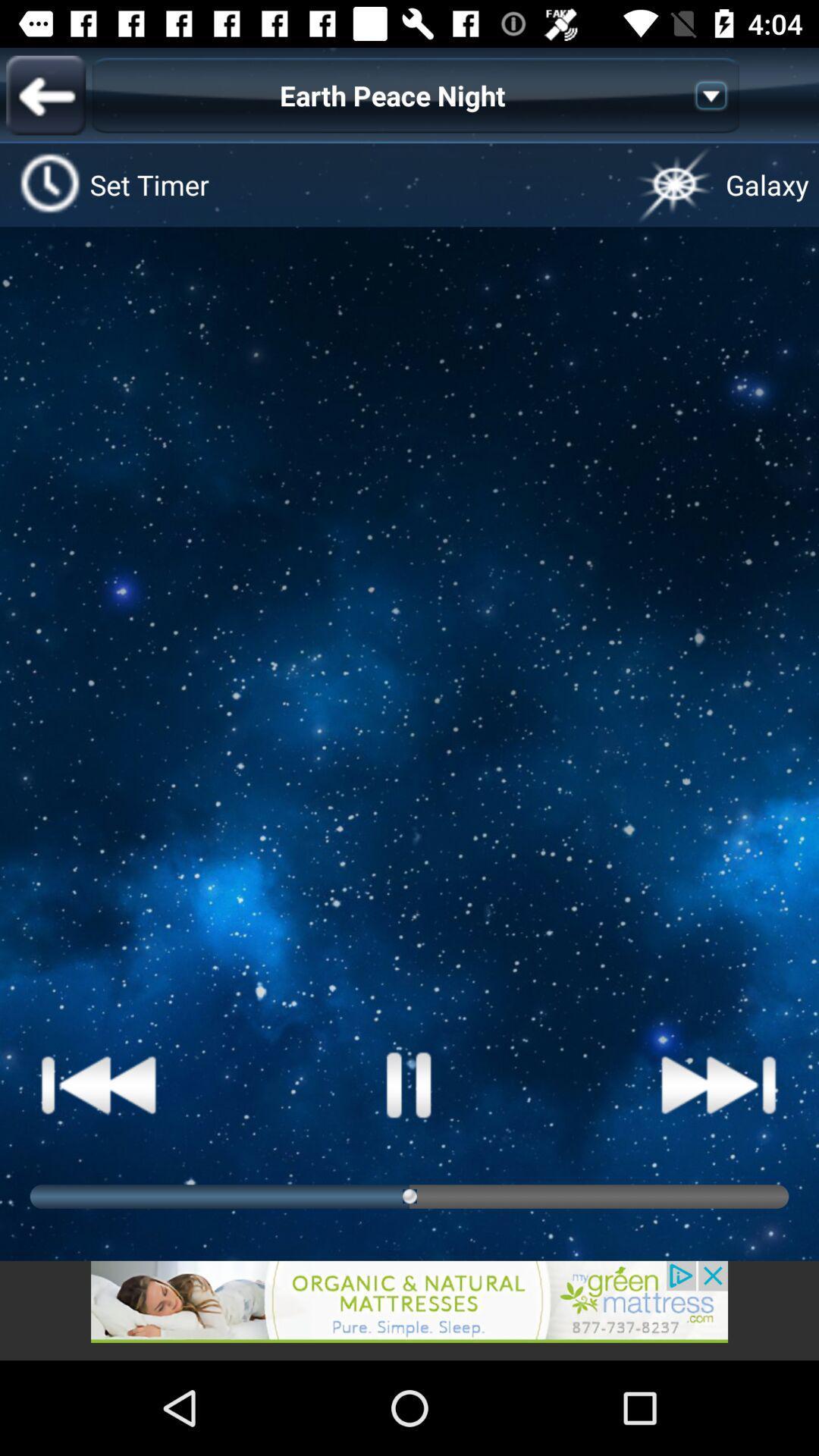  Describe the element at coordinates (99, 1084) in the screenshot. I see `rite pega` at that location.